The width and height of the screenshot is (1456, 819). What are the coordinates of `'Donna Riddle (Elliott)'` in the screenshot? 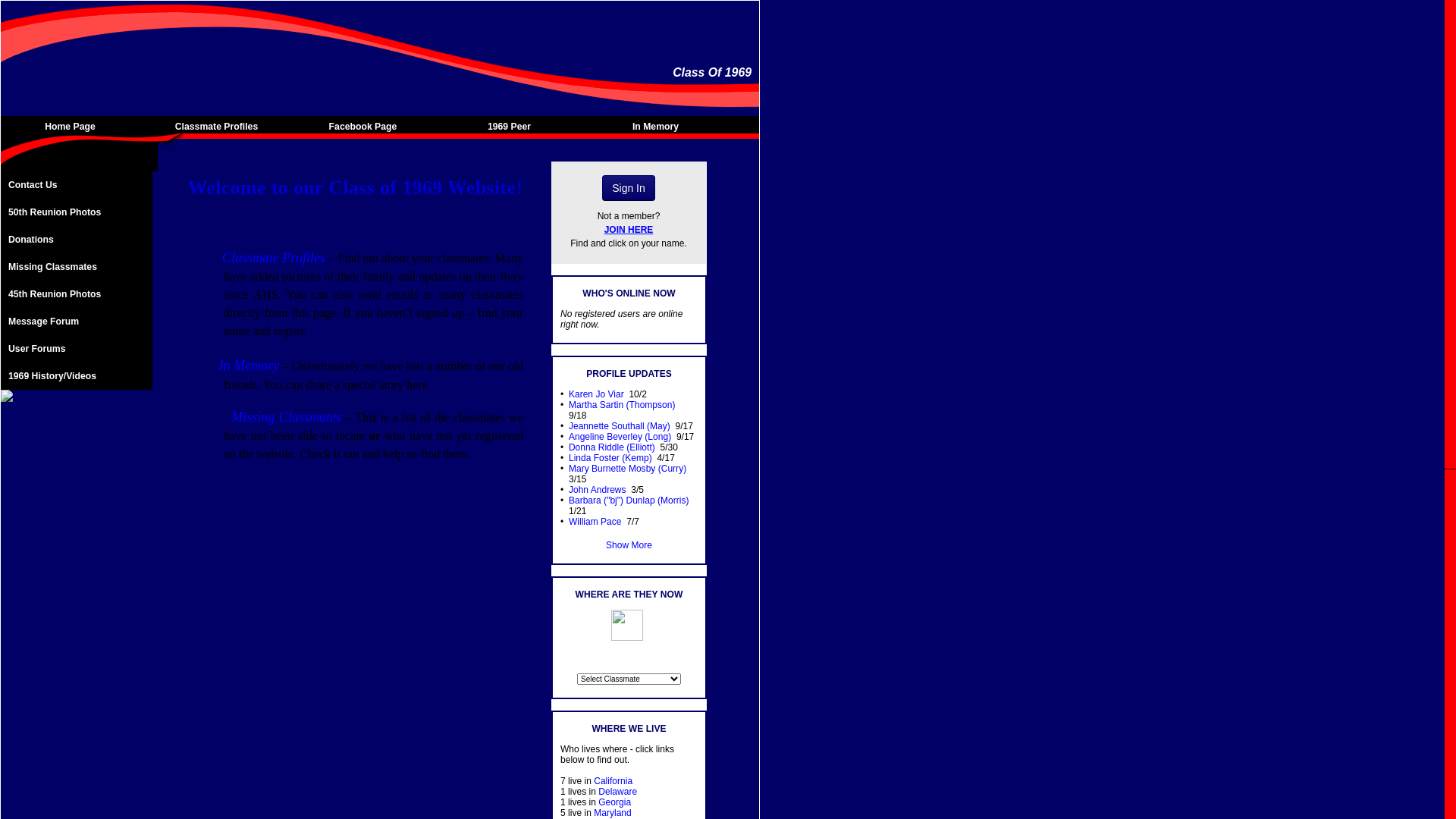 It's located at (611, 447).